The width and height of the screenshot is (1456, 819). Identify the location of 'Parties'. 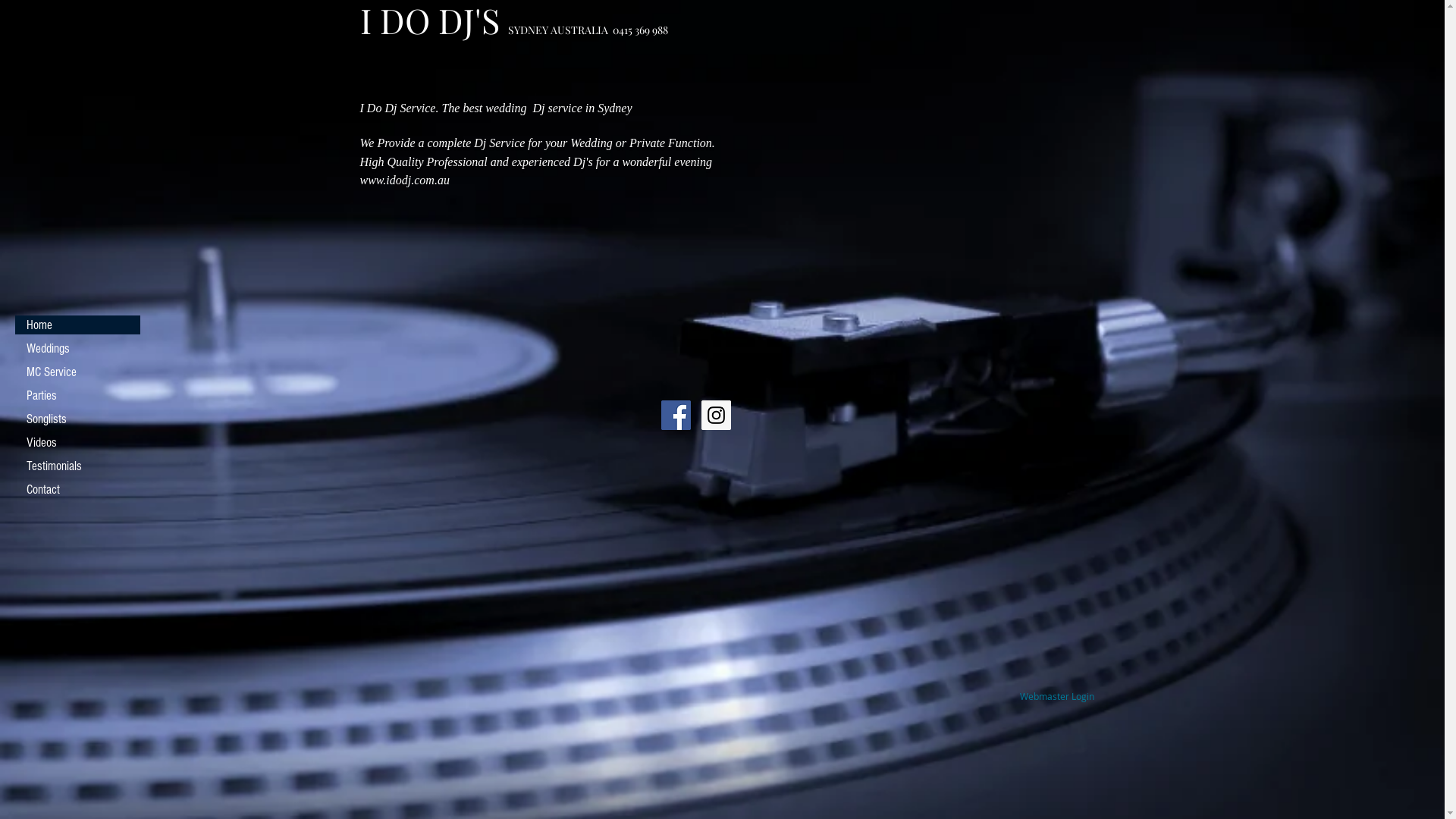
(77, 394).